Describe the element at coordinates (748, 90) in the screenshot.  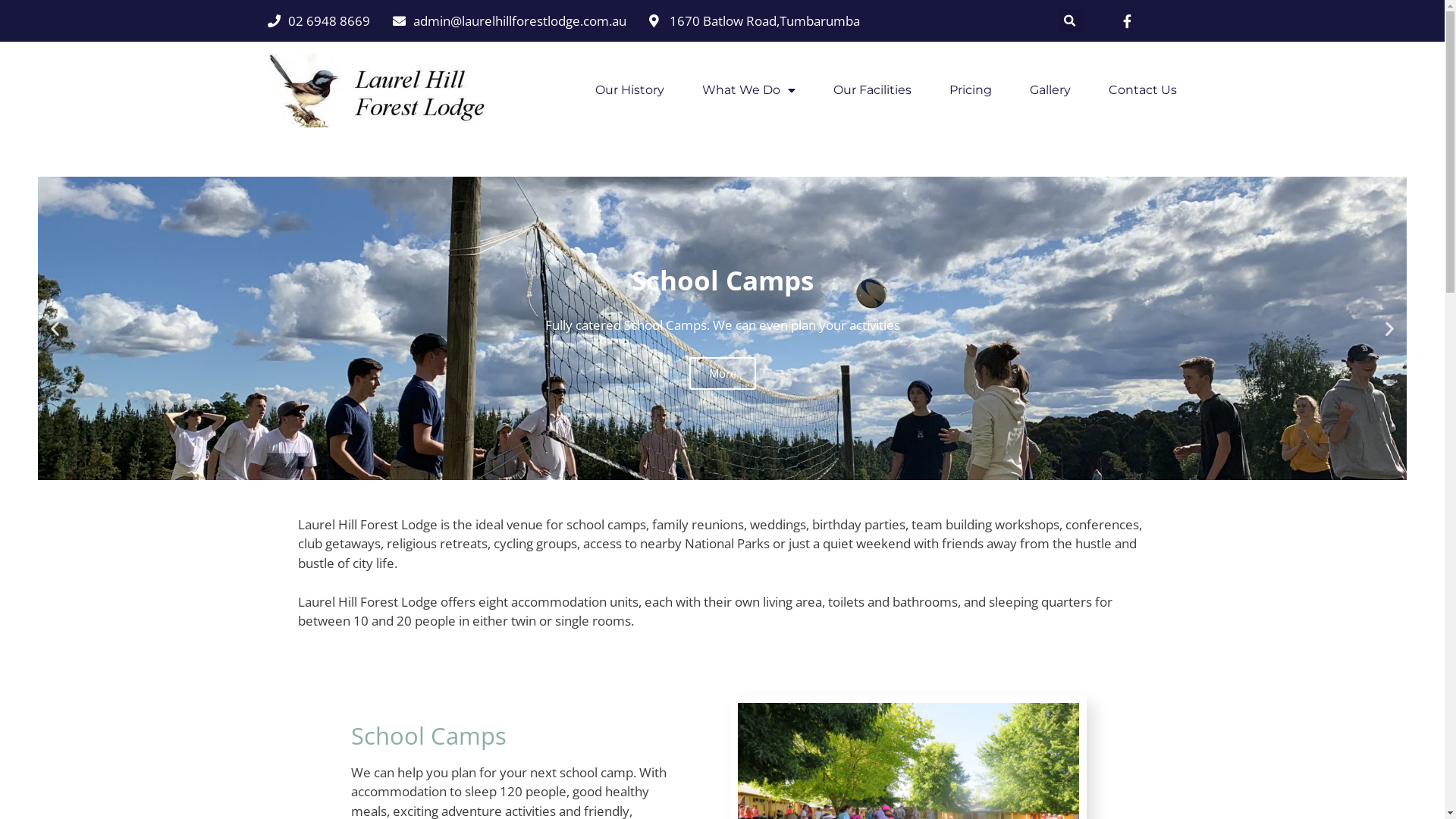
I see `'What We Do'` at that location.